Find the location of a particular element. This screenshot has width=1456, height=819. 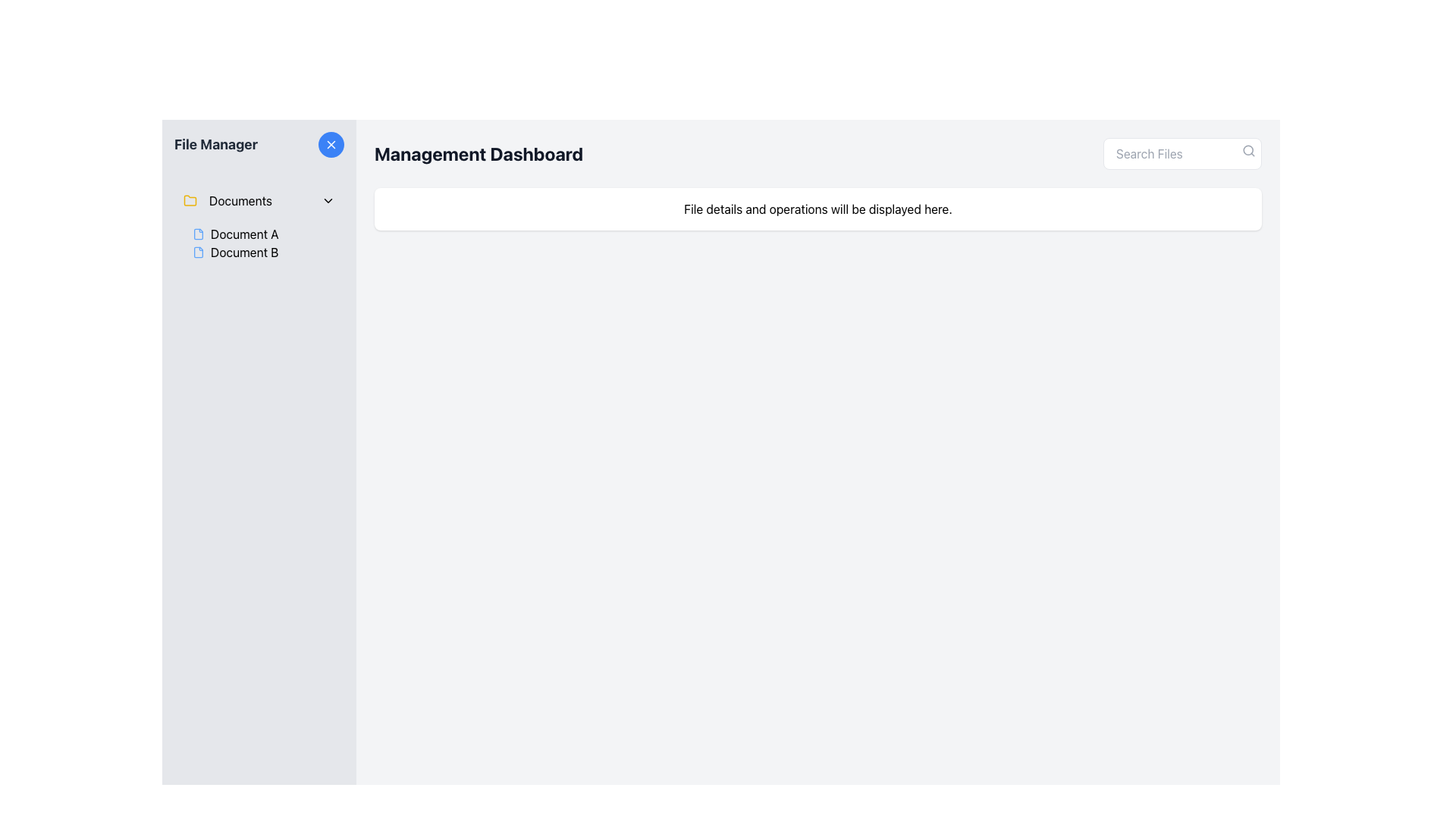

the 'Documents' text label located in the left sidebar titled 'File Manager', which is aligned horizontally with an icon on the left and an arrow on the right is located at coordinates (240, 200).